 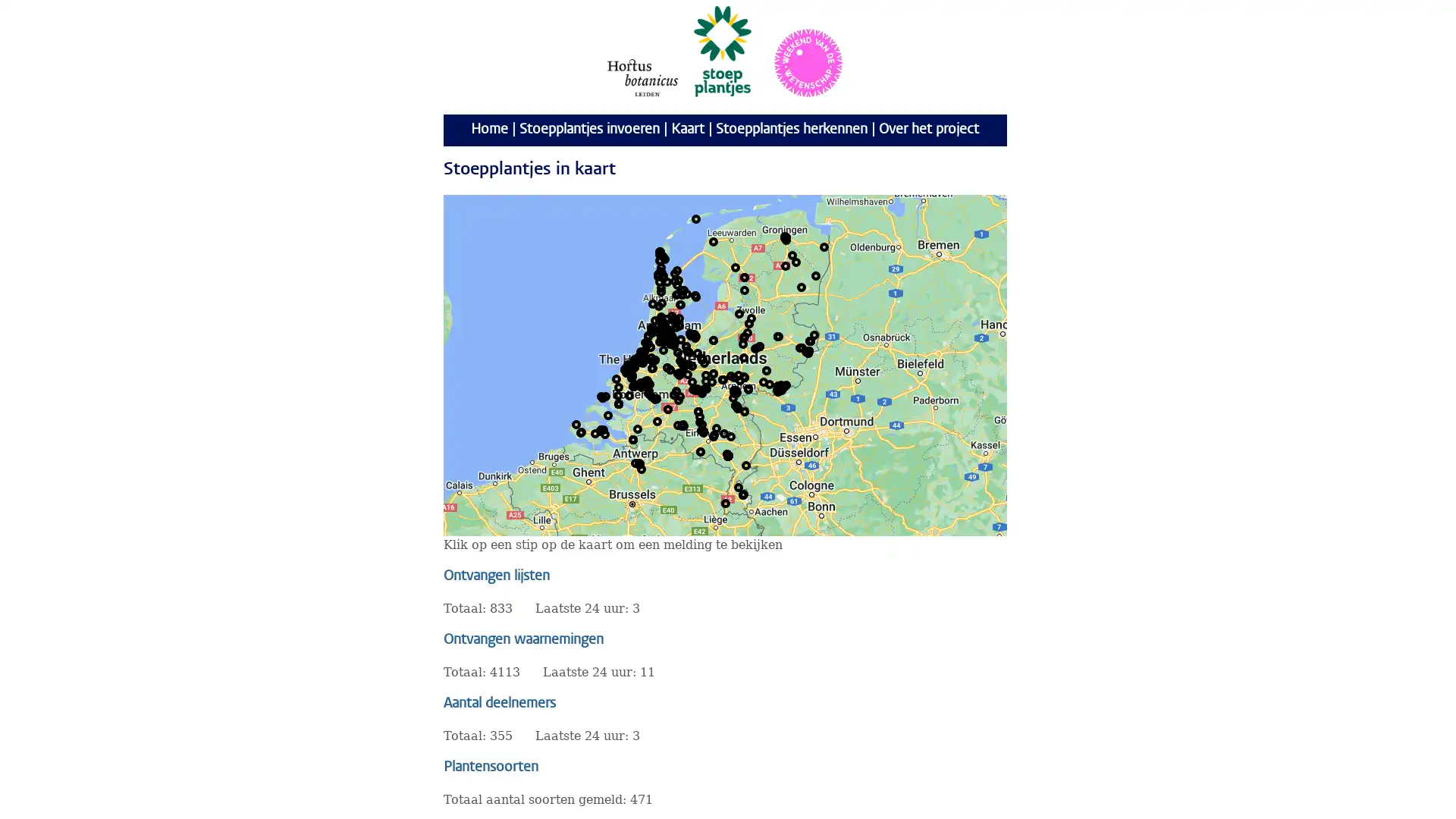 I want to click on Telling van Makaivan op 20 juni 2022, so click(x=677, y=374).